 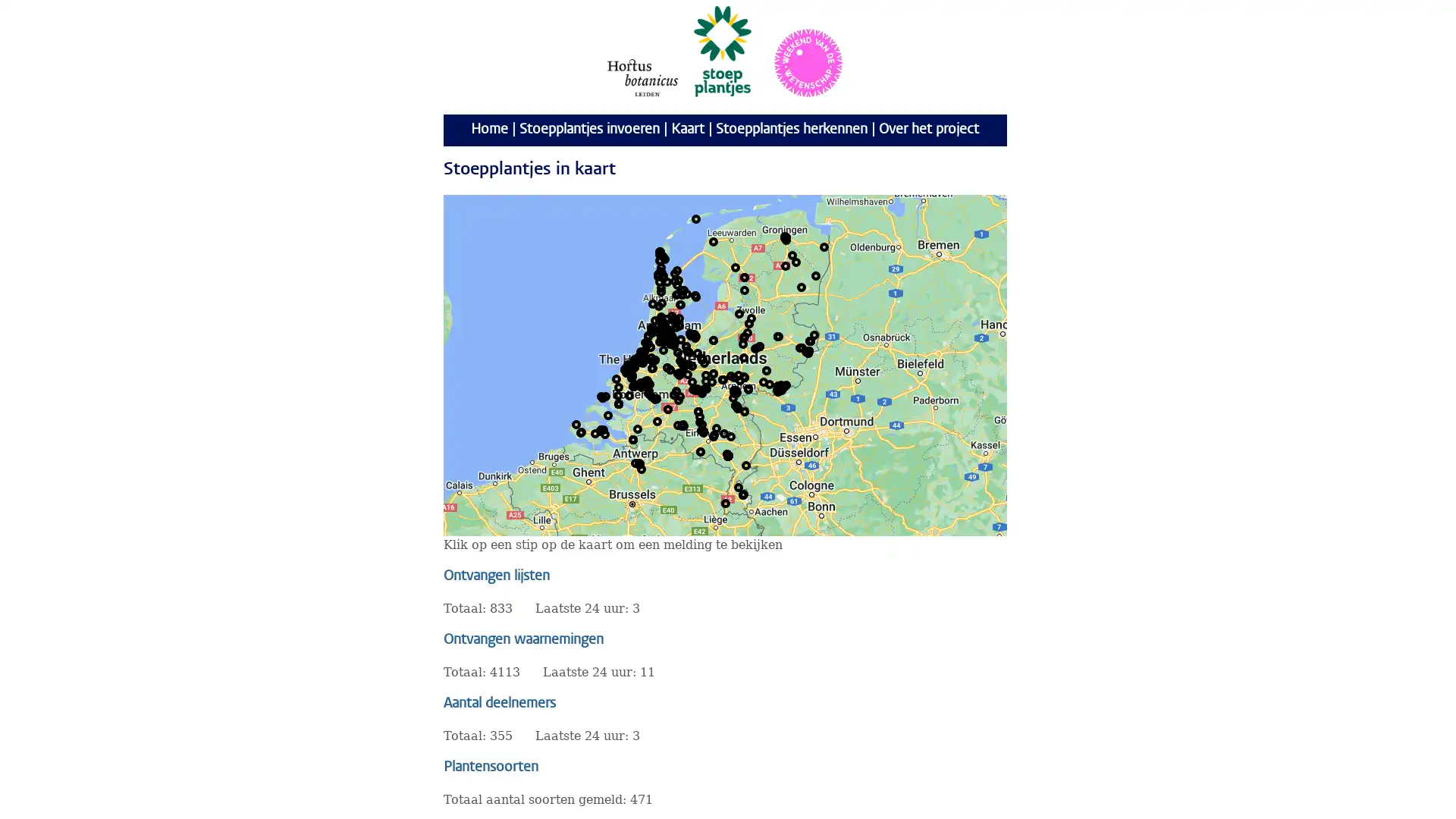 I want to click on Telling van Makaivan op 20 juni 2022, so click(x=677, y=374).